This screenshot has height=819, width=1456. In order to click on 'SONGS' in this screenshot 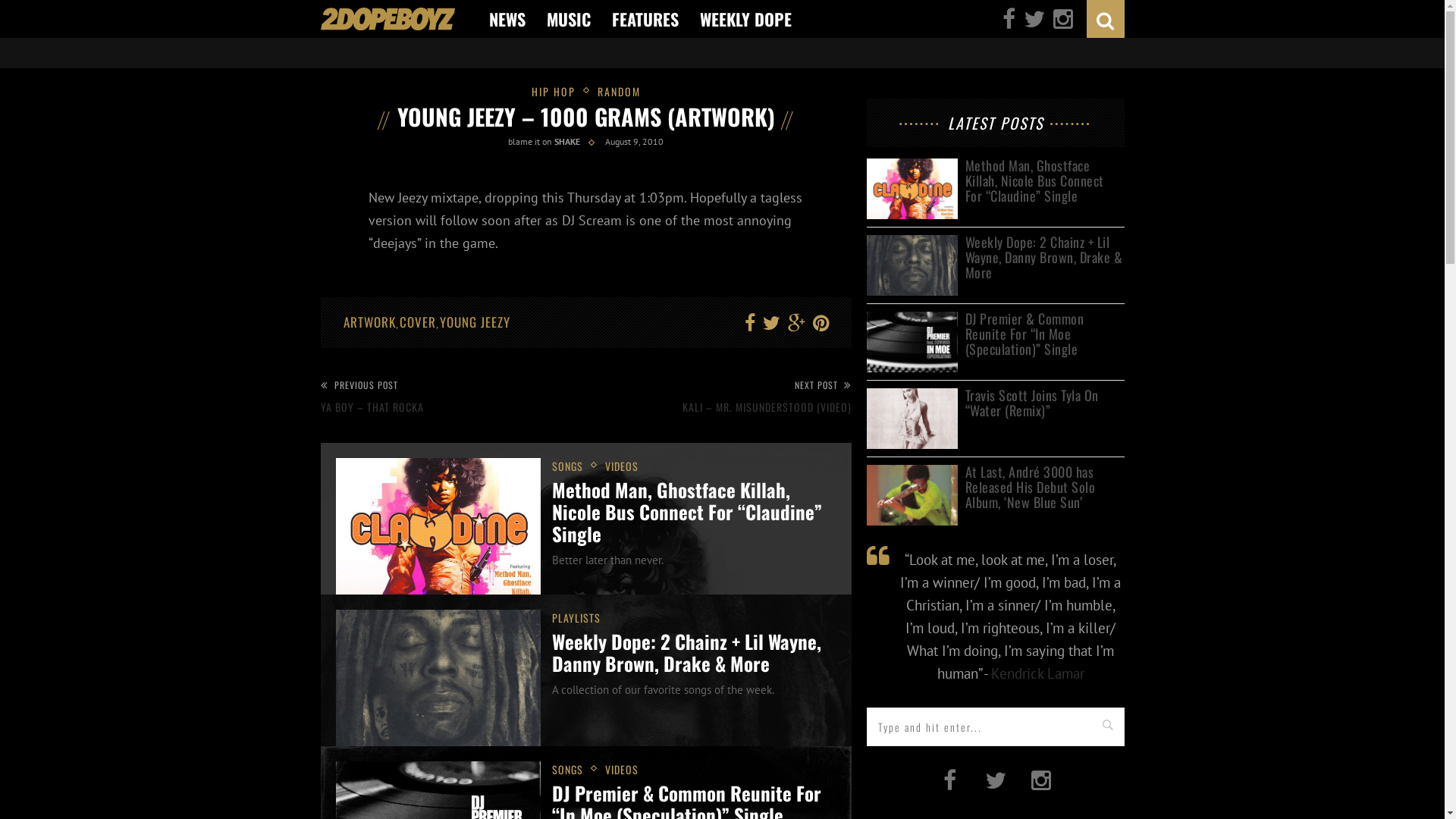, I will do `click(573, 769)`.